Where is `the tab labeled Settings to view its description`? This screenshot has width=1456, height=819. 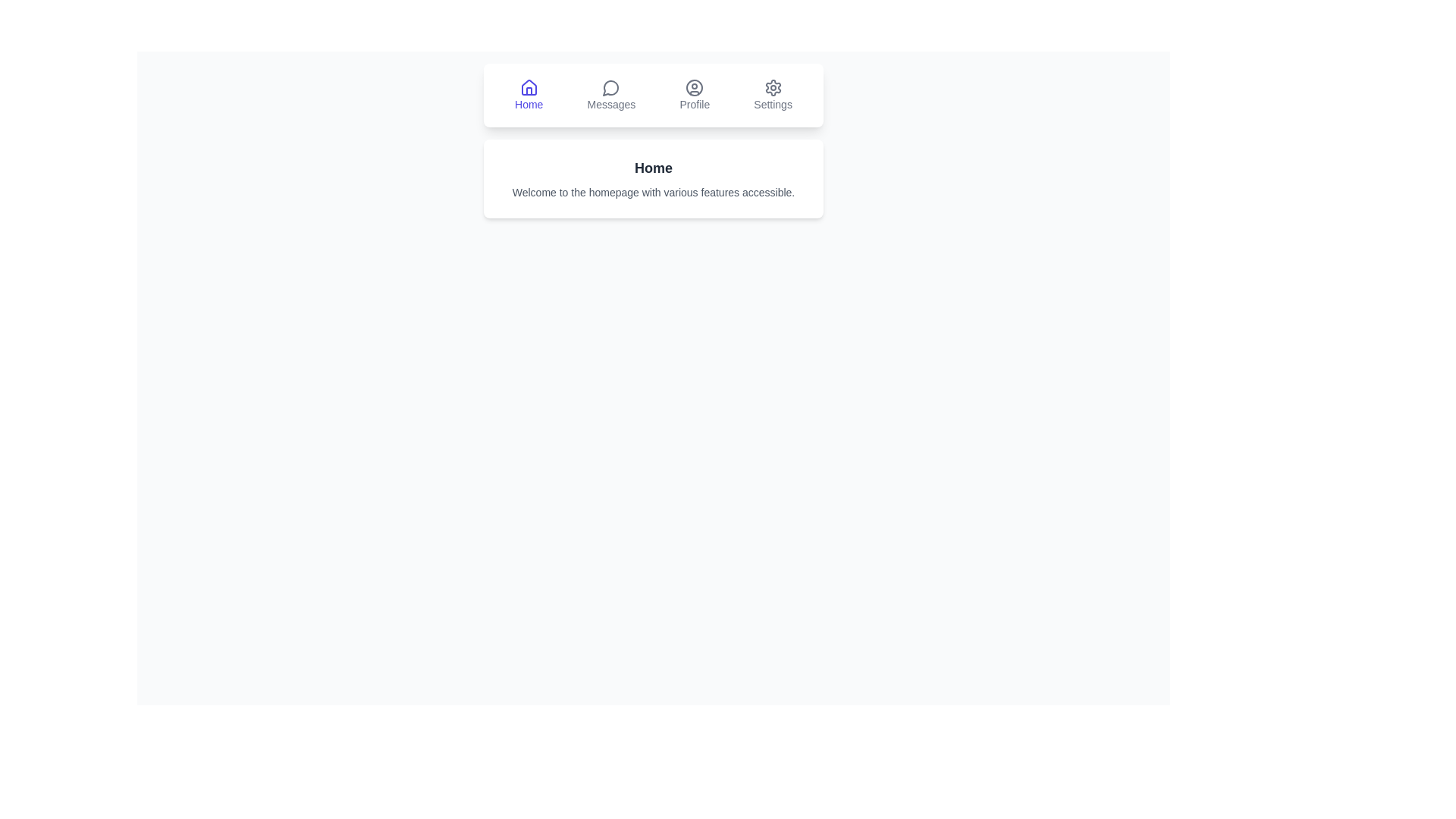 the tab labeled Settings to view its description is located at coordinates (772, 96).